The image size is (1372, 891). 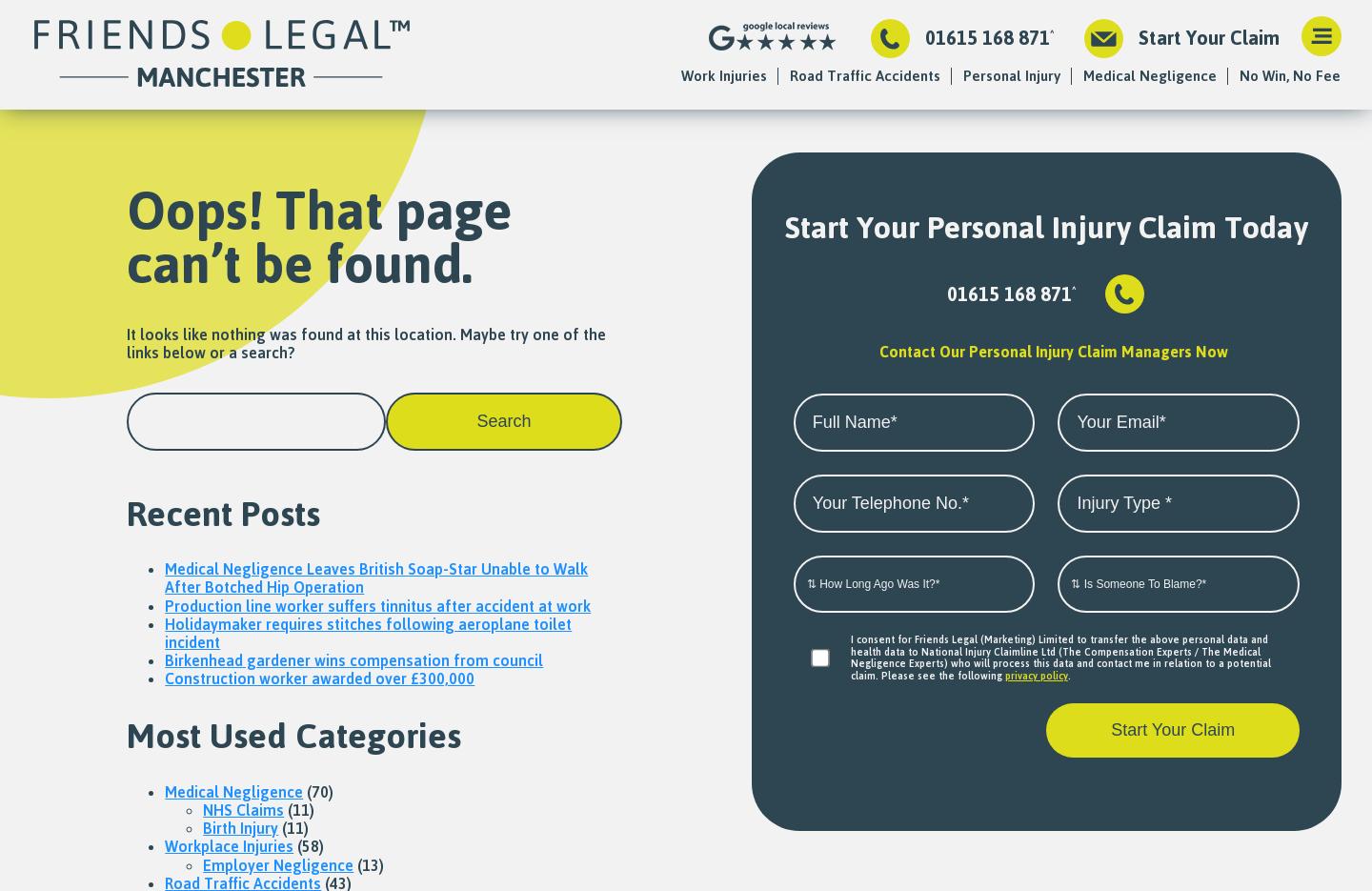 What do you see at coordinates (716, 318) in the screenshot?
I see `'Repetitive Strain Injury'` at bounding box center [716, 318].